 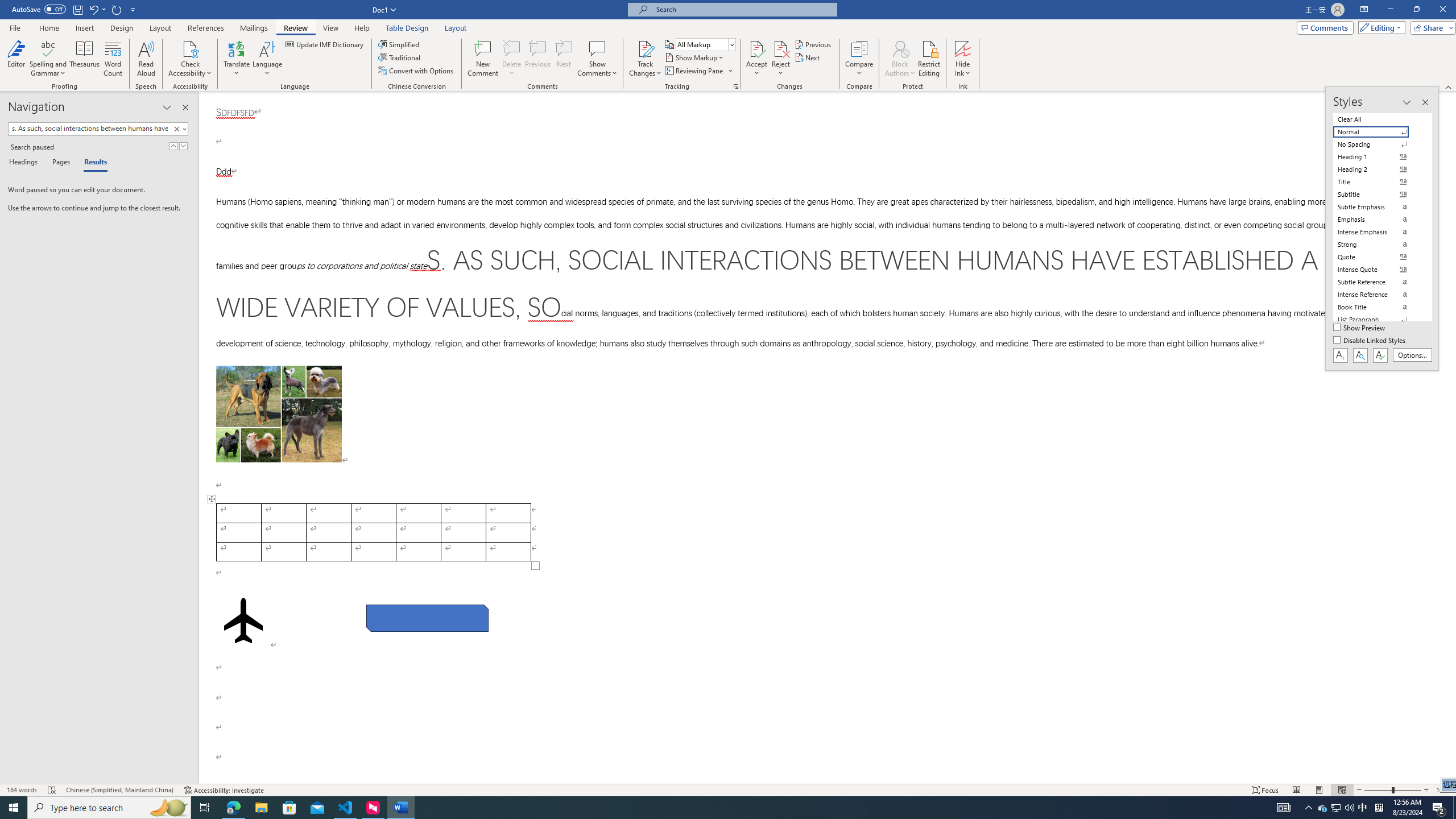 I want to click on 'List Paragraph', so click(x=1378, y=320).